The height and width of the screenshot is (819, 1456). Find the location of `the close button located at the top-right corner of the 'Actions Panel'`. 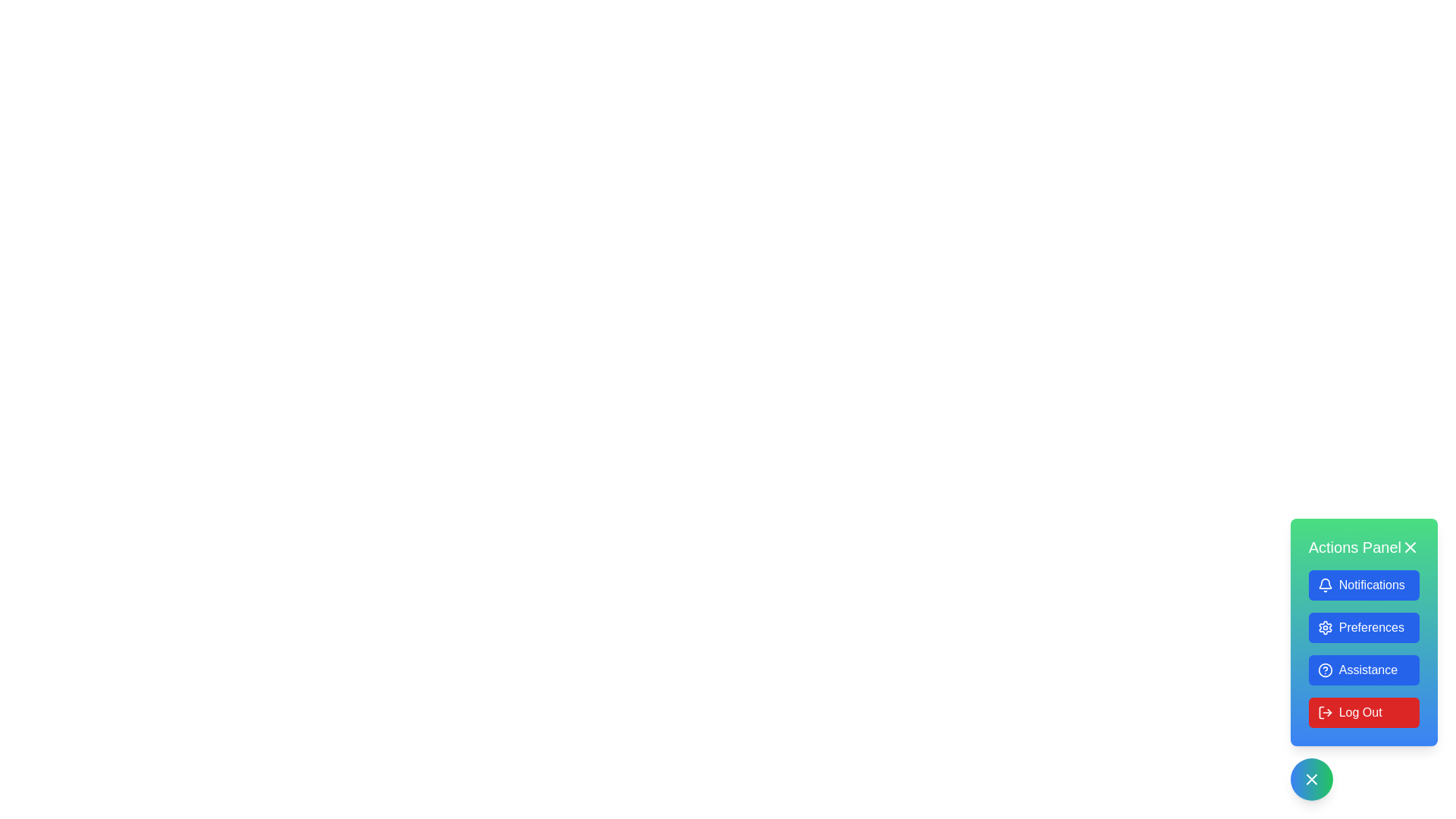

the close button located at the top-right corner of the 'Actions Panel' is located at coordinates (1310, 780).